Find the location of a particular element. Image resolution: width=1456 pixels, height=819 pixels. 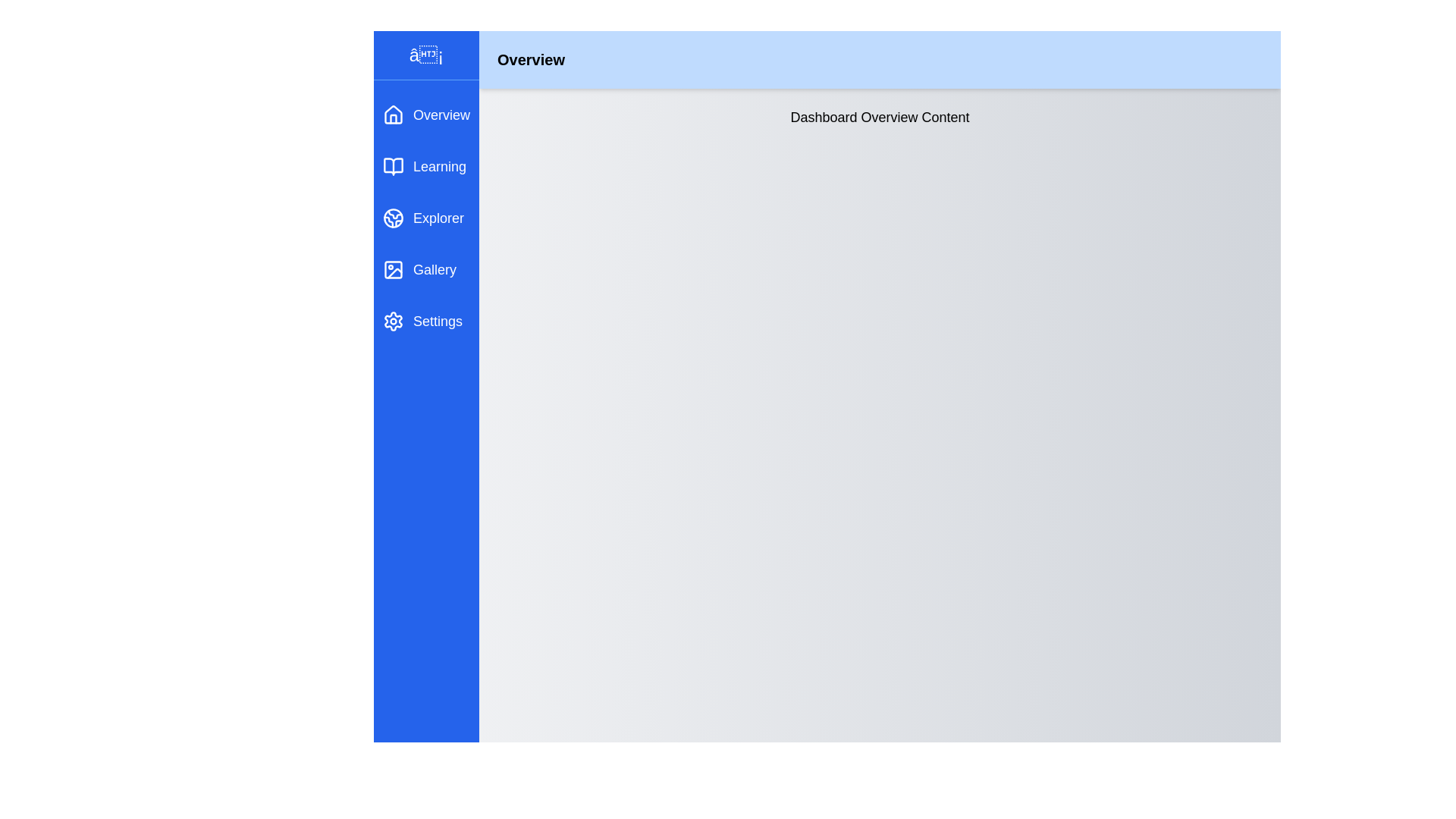

the SVG circle representing the 'Explorer' functionality in the vertical menu bar is located at coordinates (393, 218).